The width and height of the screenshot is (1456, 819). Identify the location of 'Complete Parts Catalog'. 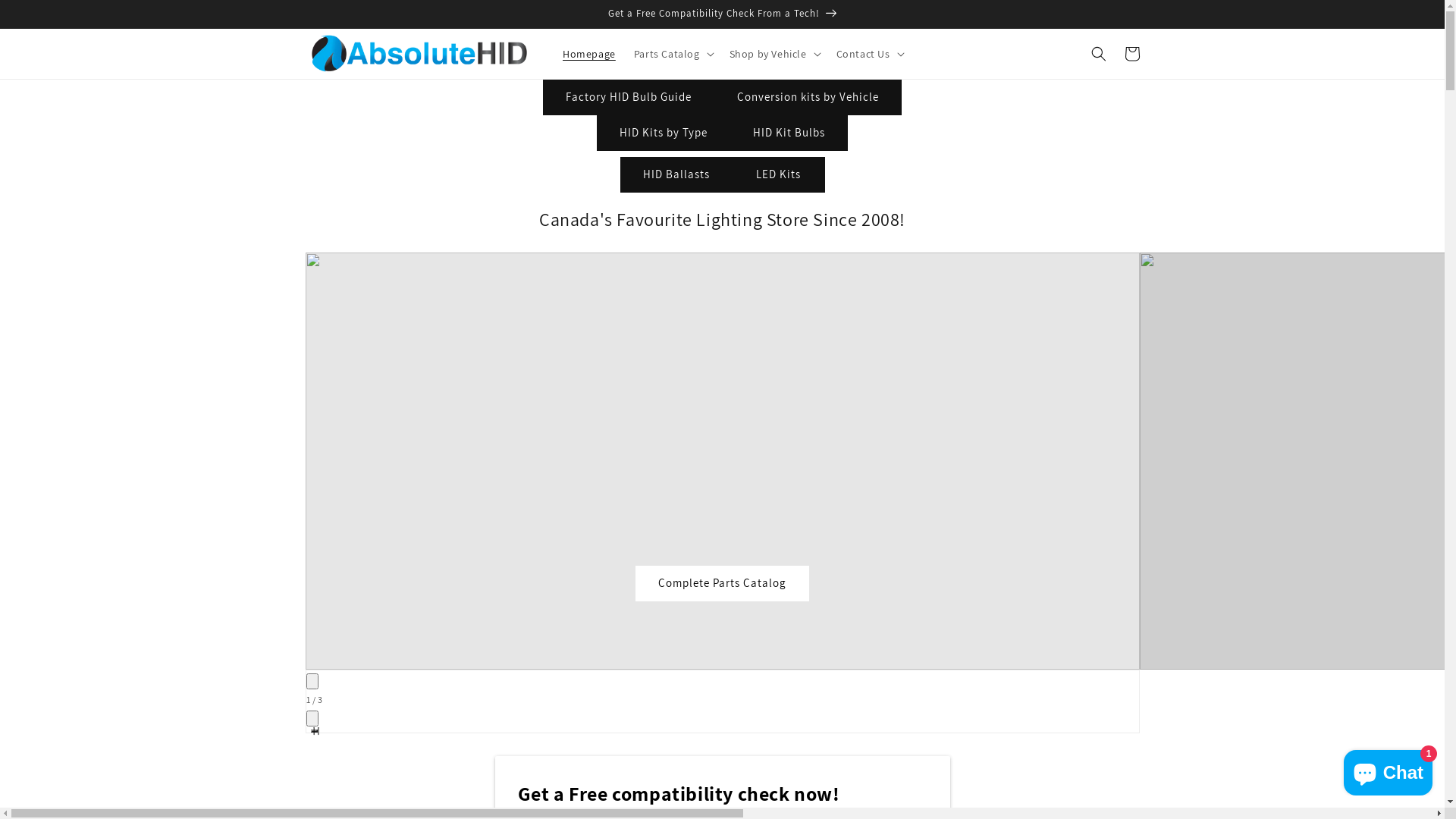
(721, 582).